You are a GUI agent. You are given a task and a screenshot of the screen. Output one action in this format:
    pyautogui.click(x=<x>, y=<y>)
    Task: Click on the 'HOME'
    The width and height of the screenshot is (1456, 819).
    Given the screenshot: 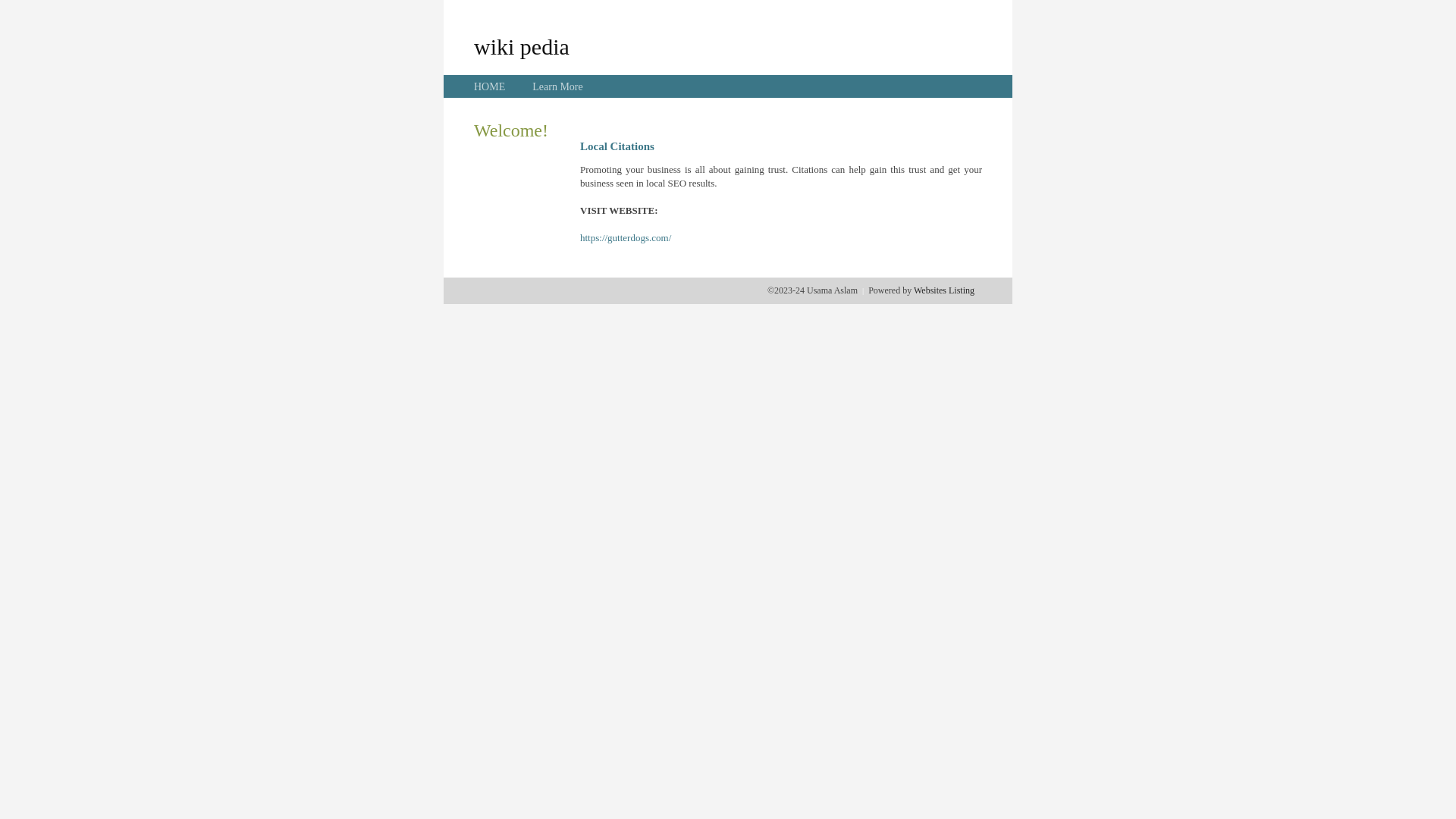 What is the action you would take?
    pyautogui.click(x=472, y=86)
    